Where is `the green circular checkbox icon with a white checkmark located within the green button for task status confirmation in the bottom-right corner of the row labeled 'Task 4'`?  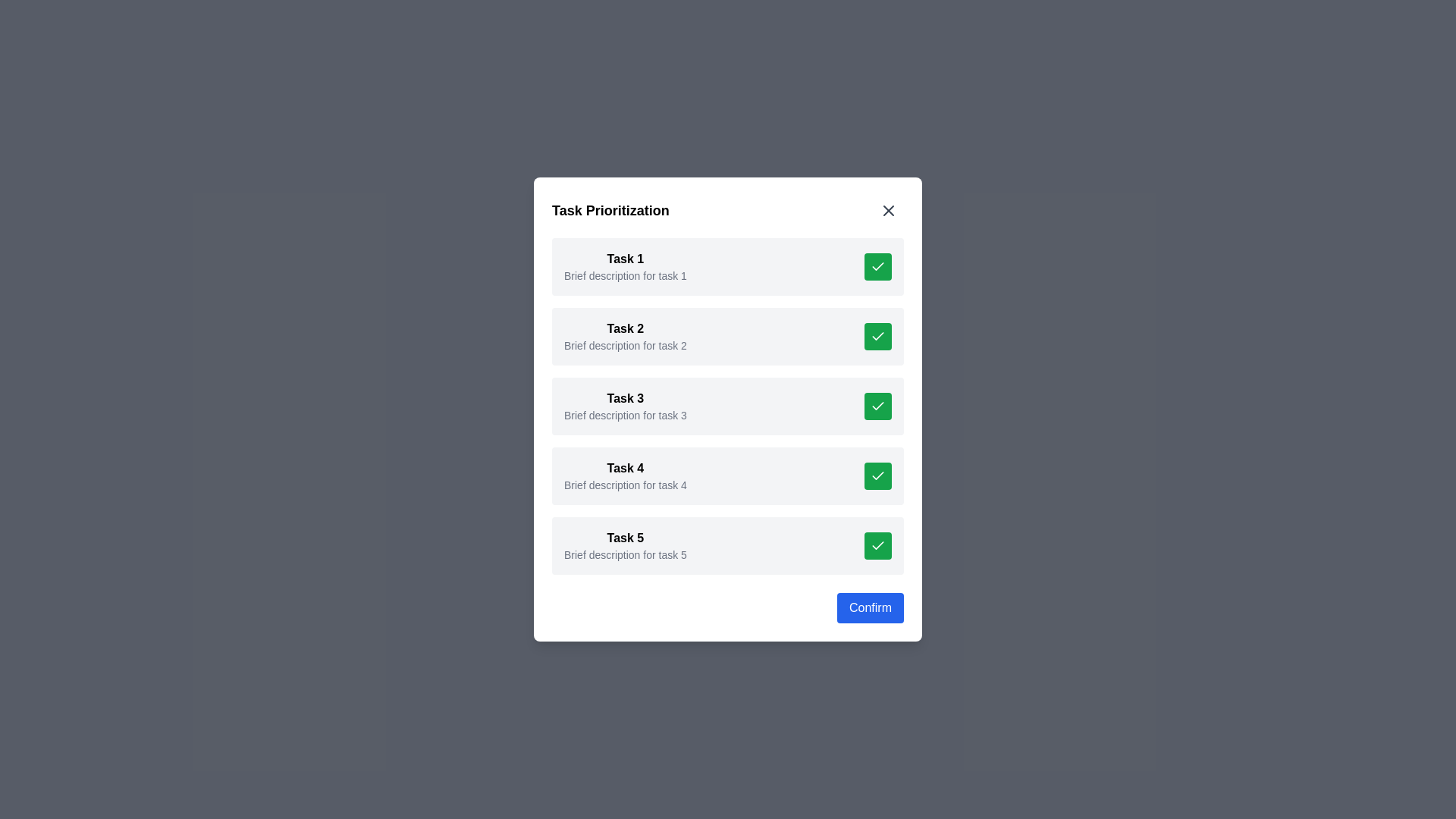 the green circular checkbox icon with a white checkmark located within the green button for task status confirmation in the bottom-right corner of the row labeled 'Task 4' is located at coordinates (877, 475).